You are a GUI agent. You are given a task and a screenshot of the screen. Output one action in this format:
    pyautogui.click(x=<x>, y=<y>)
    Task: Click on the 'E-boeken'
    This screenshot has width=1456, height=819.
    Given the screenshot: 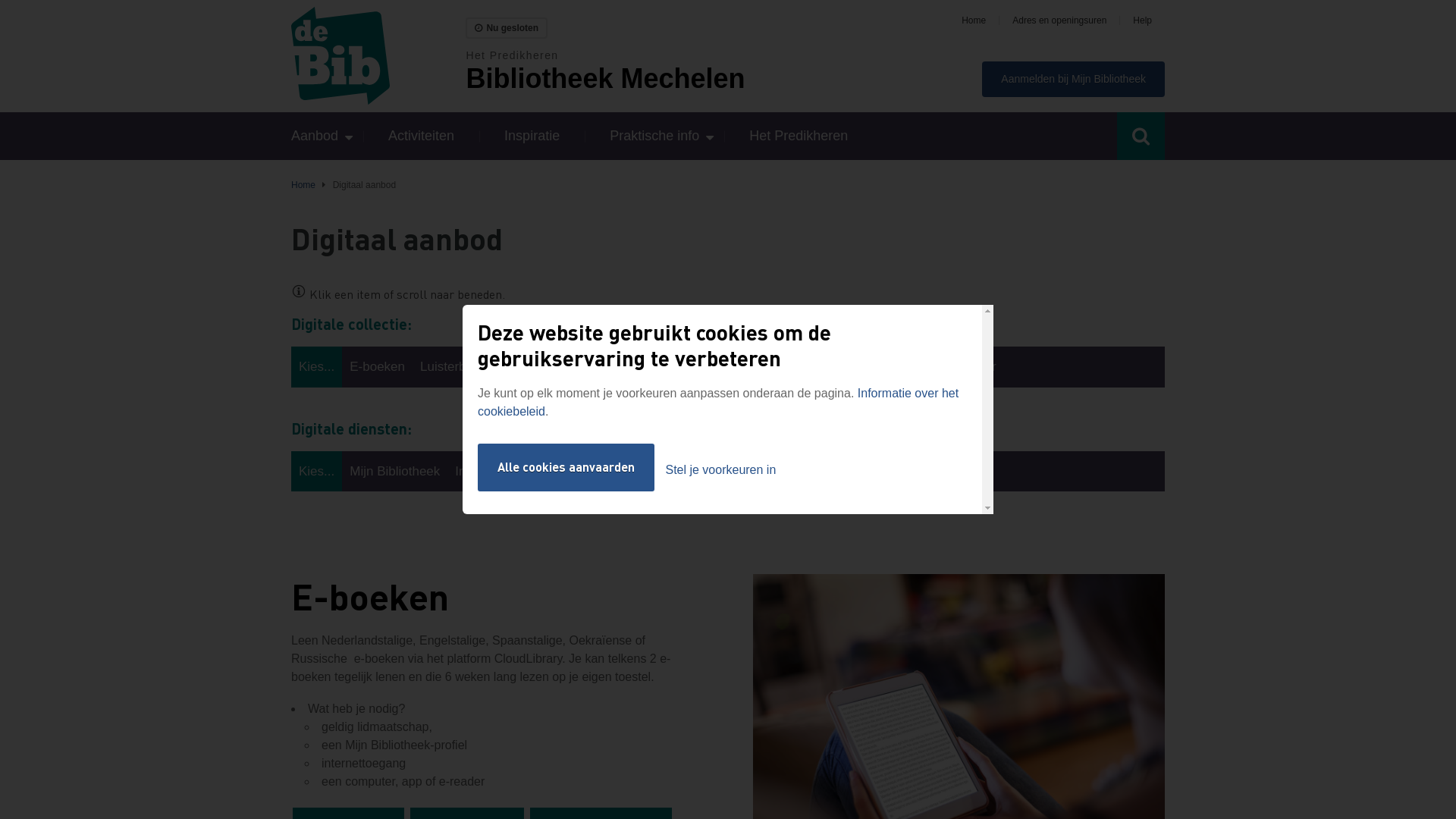 What is the action you would take?
    pyautogui.click(x=377, y=366)
    